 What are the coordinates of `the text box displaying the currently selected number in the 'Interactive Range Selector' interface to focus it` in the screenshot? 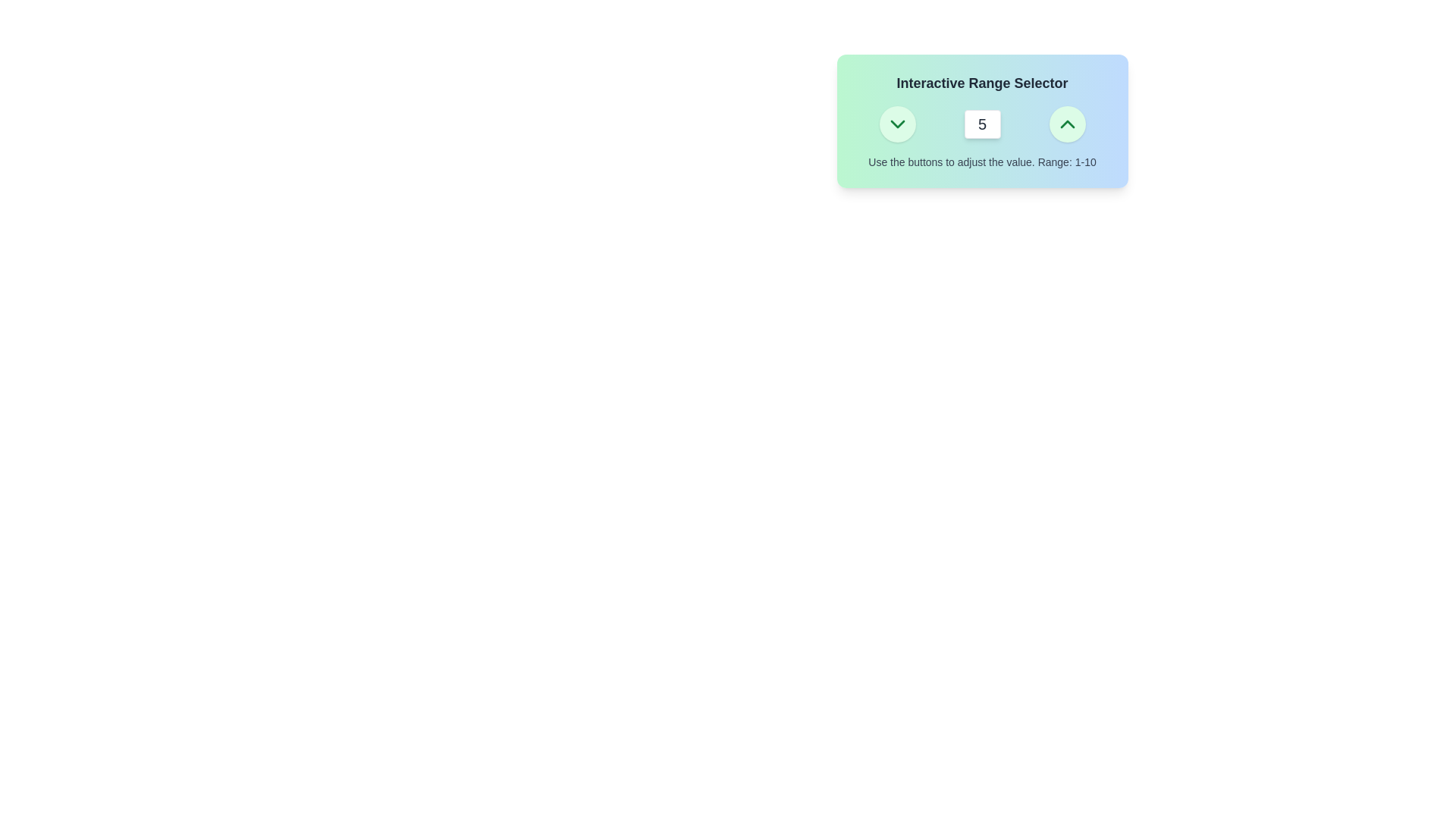 It's located at (982, 124).